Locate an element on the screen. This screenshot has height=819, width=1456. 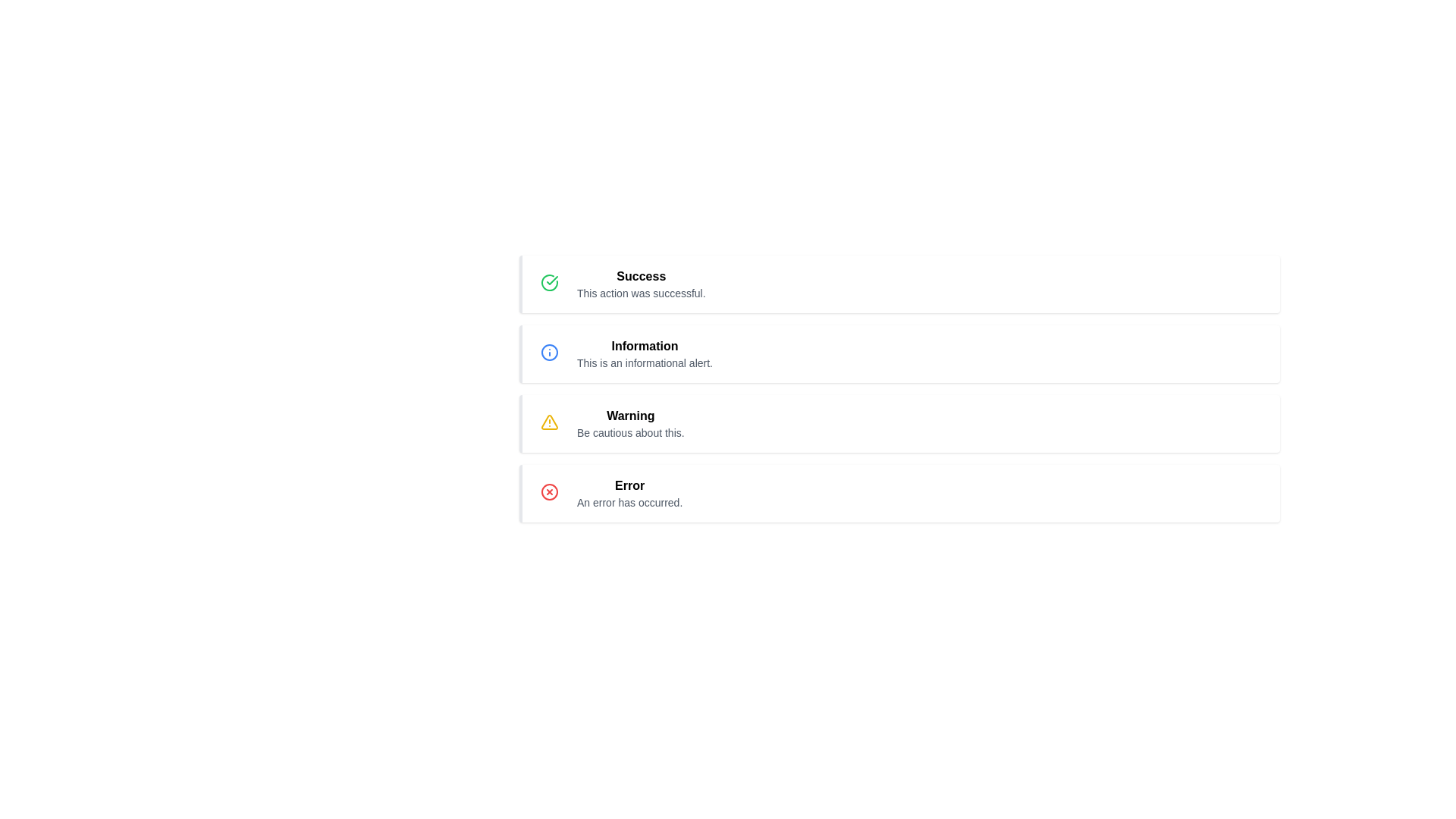
the triangular alert icon with a yellow border located on the leftmost part of the warning row, which aligns vertically with the title 'Warning' is located at coordinates (548, 422).